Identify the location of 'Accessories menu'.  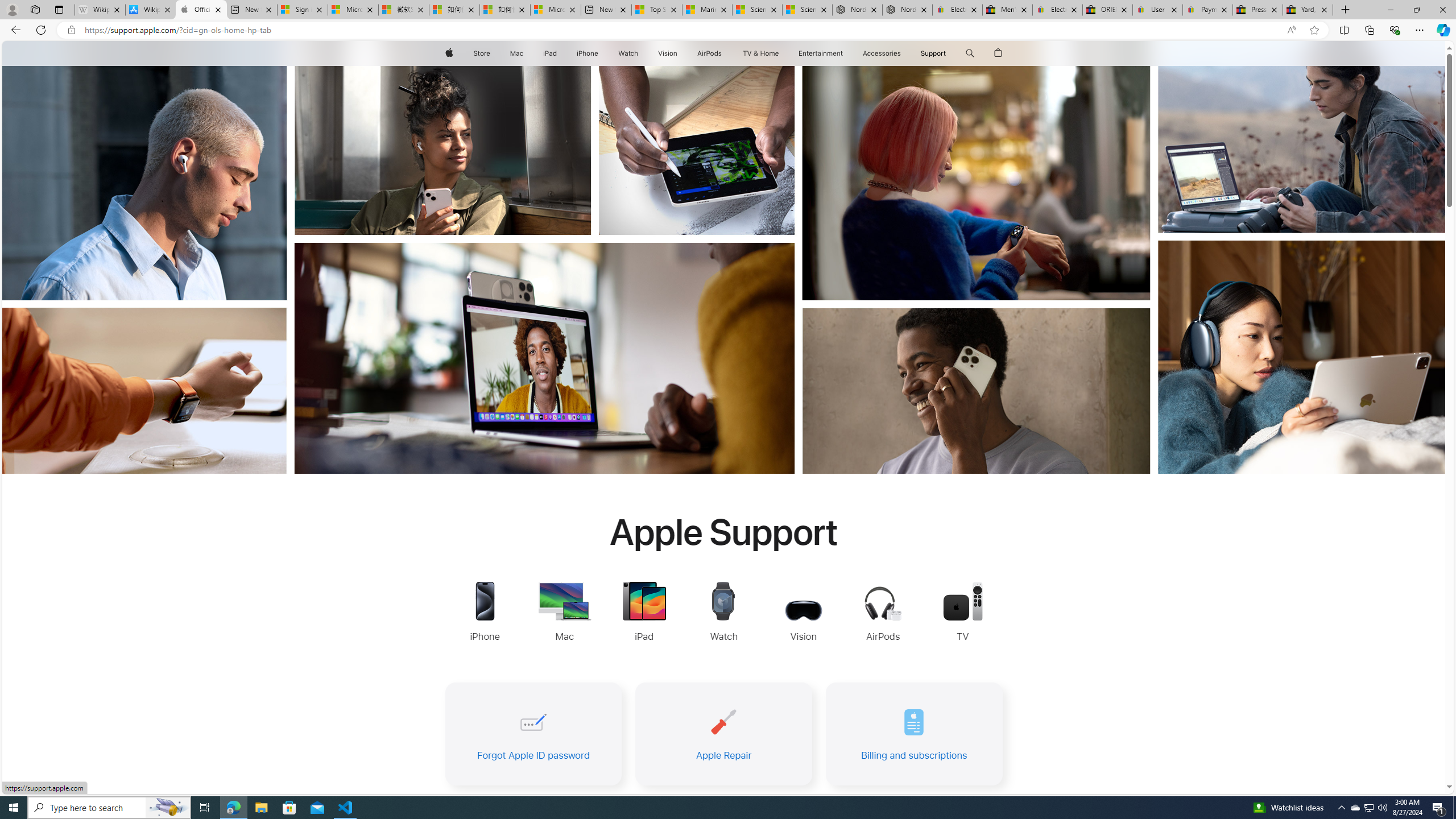
(903, 53).